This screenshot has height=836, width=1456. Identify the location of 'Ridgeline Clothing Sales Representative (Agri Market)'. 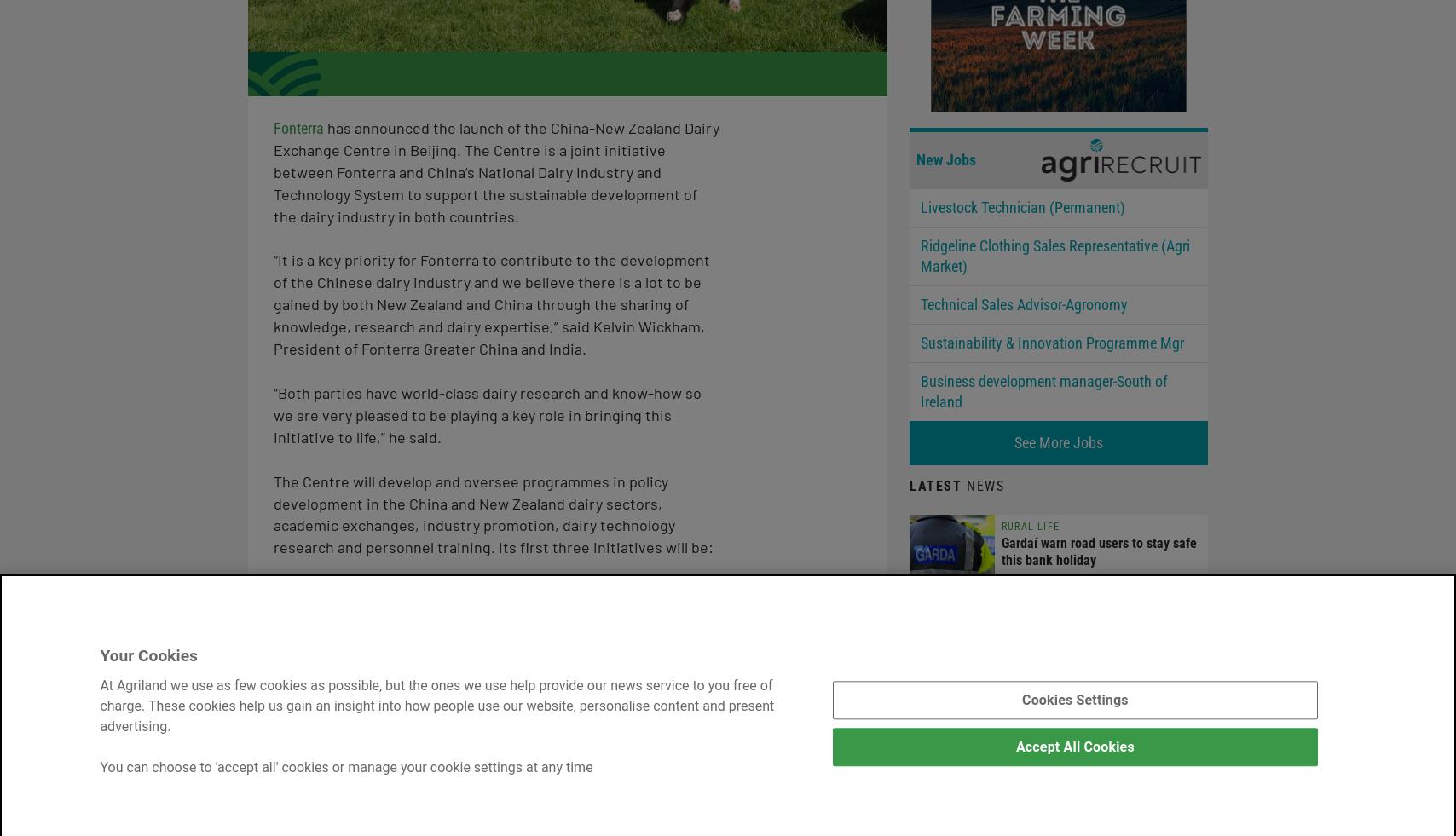
(1054, 254).